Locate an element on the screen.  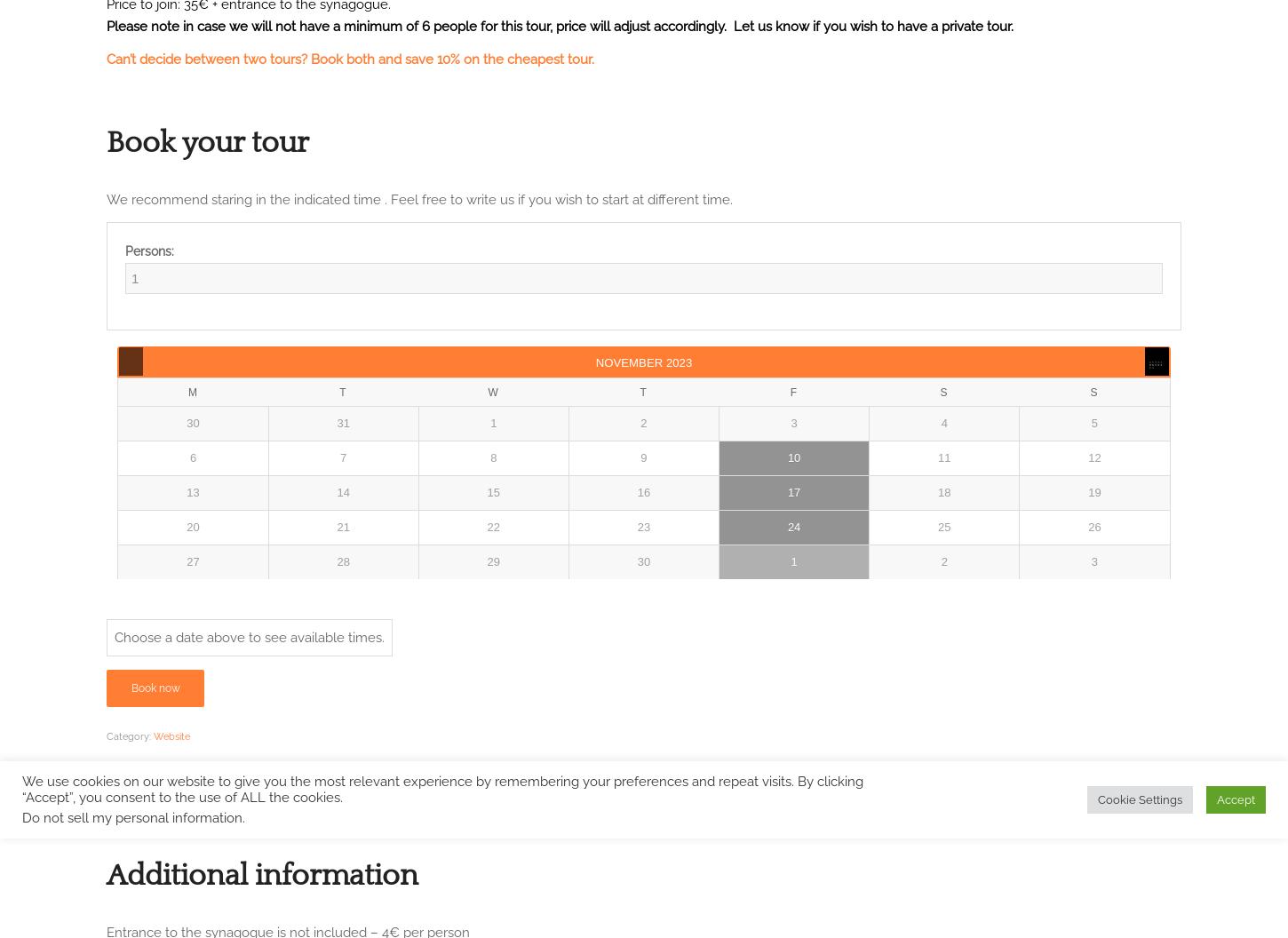
'2023' is located at coordinates (679, 362).